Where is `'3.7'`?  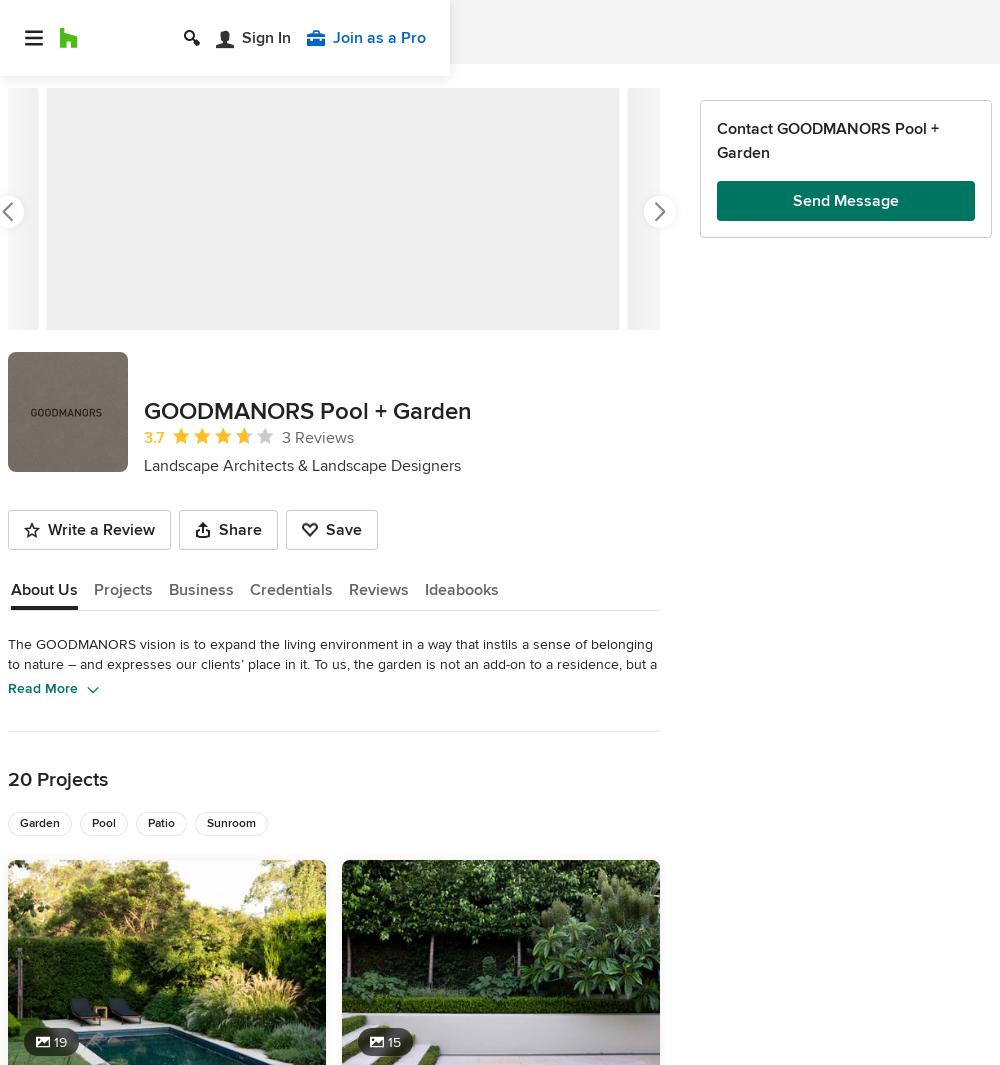
'3.7' is located at coordinates (154, 437).